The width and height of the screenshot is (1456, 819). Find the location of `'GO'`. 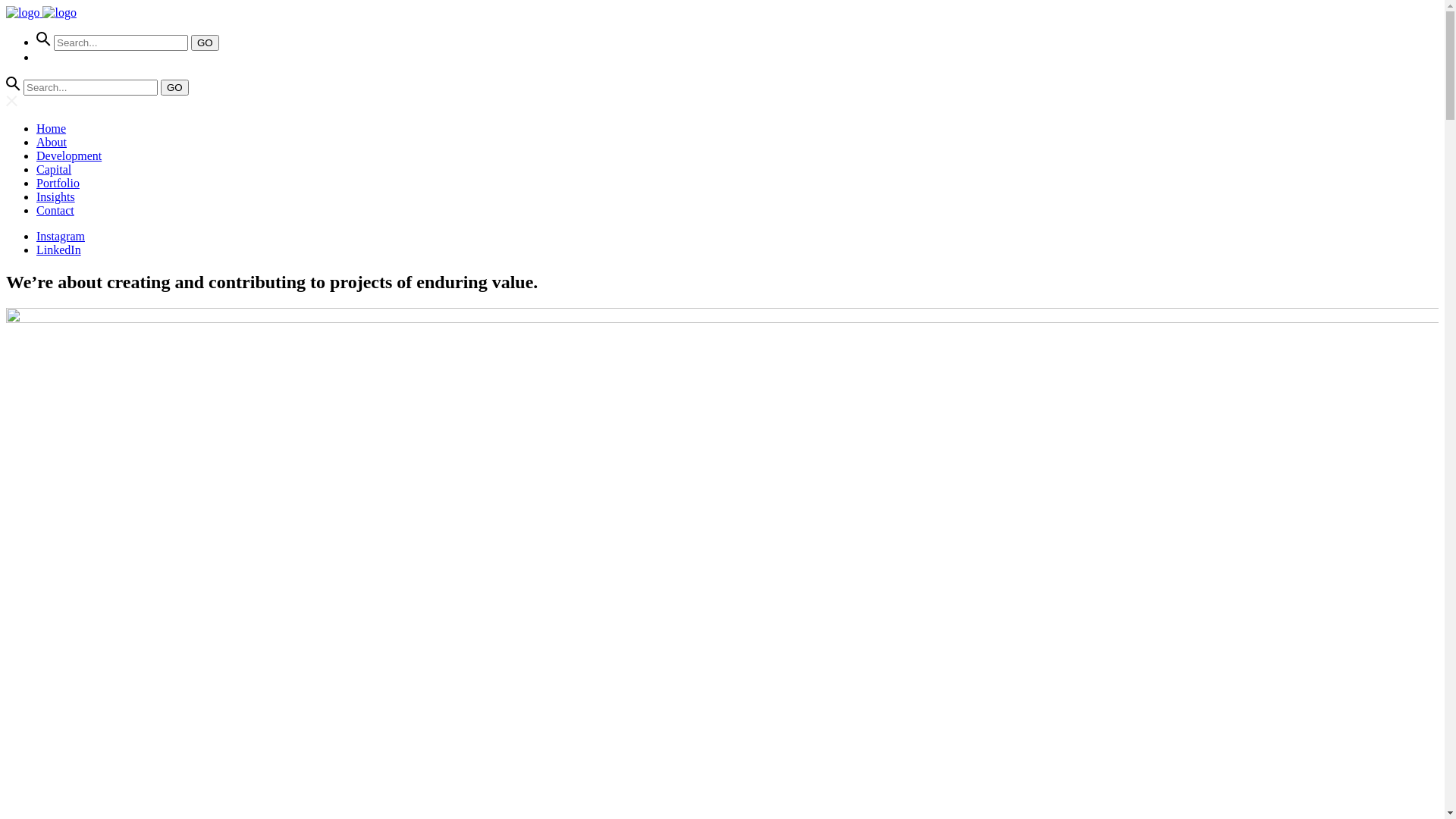

'GO' is located at coordinates (174, 87).